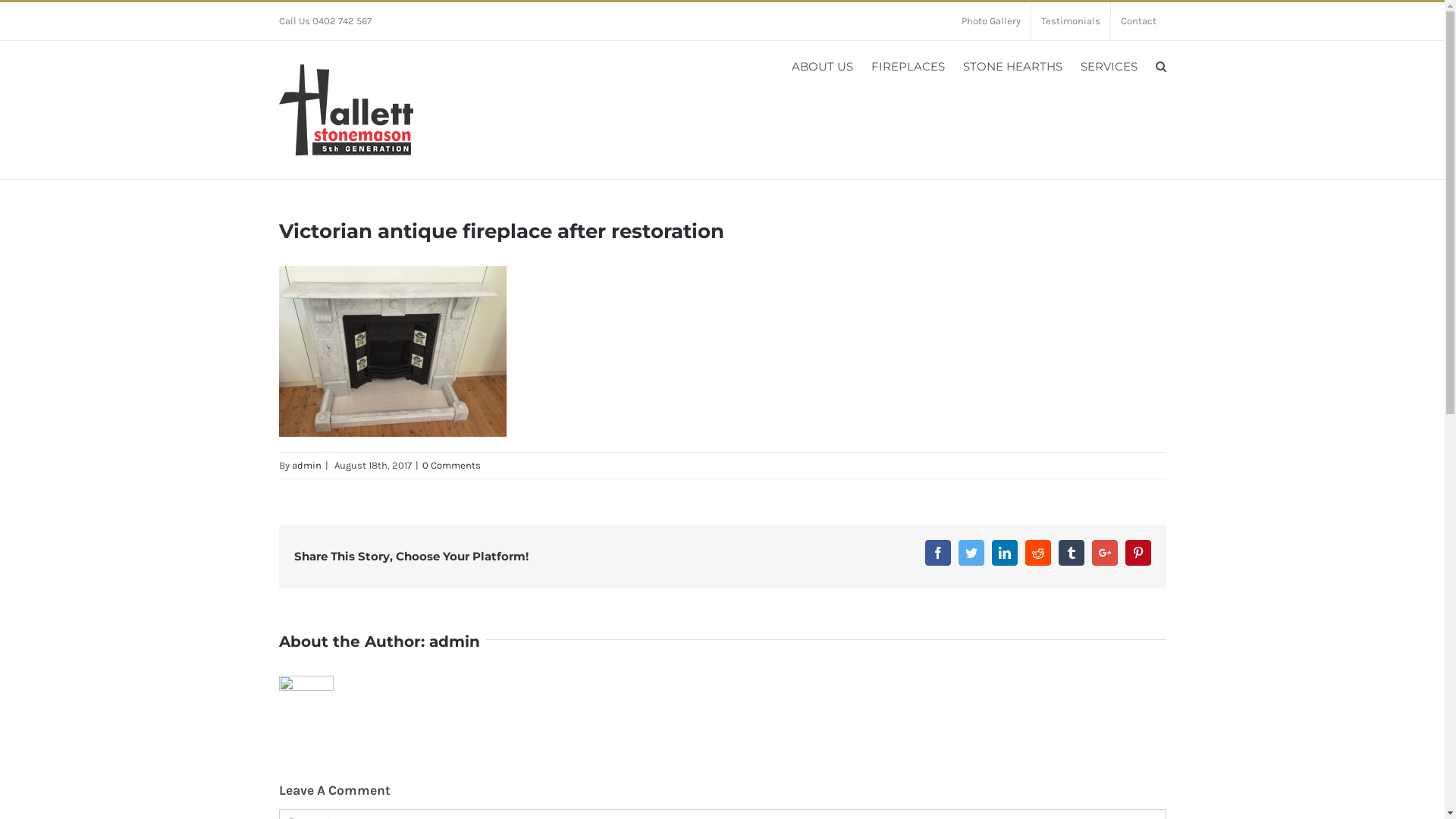 Image resolution: width=1456 pixels, height=819 pixels. I want to click on 'Twitter', so click(971, 553).